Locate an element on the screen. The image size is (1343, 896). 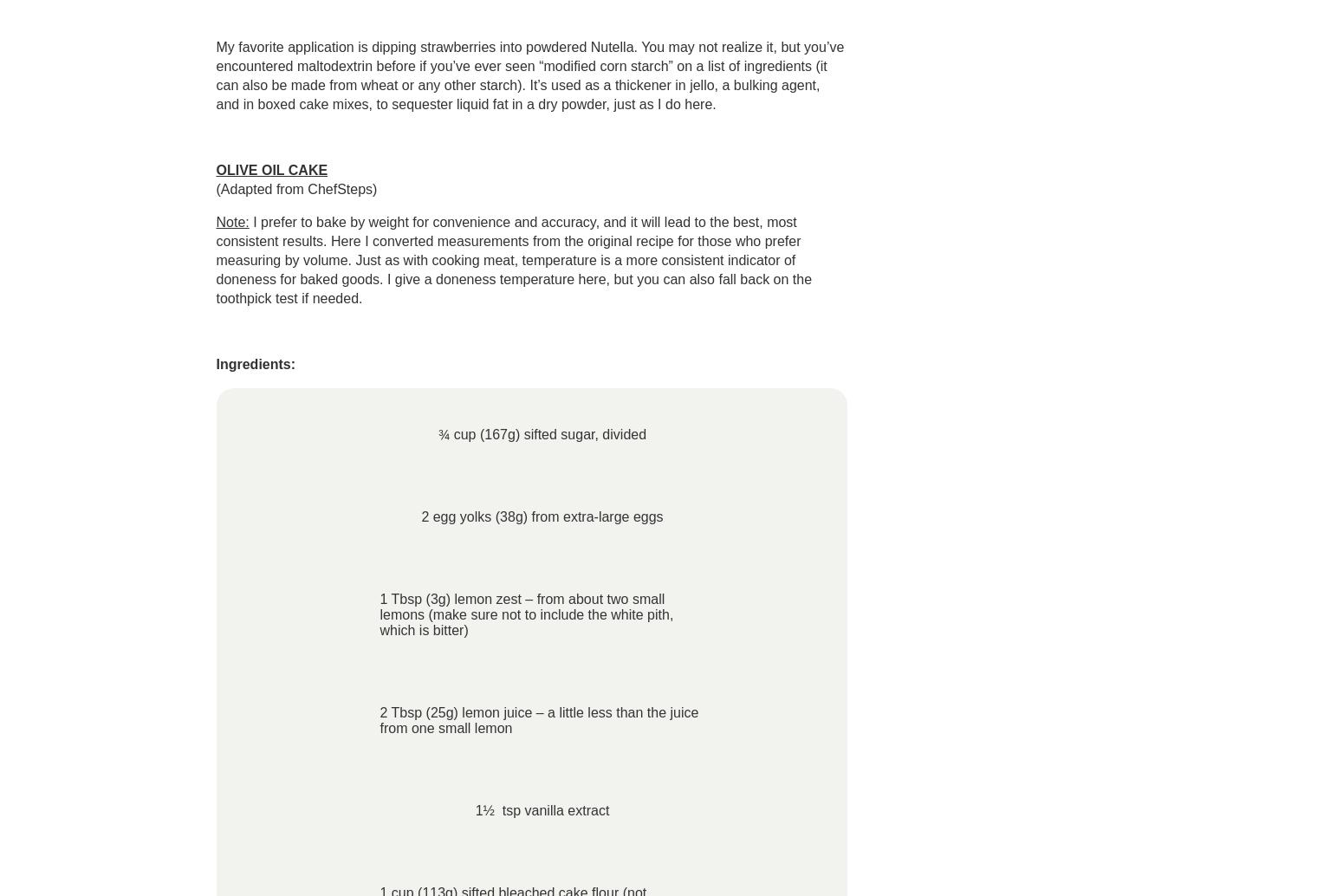
'I prefer to bake by weight for convenience and accuracy, and it will lead to the best, most consistent results. Here I converted measurements from the original recipe for those who prefer measuring by volume. Just as with cooking meat, temperature is a more consistent indicator of doneness for baked goods. I give a doneness temperature here, but you can also fall back on the toothpick test if needed.' is located at coordinates (514, 259).